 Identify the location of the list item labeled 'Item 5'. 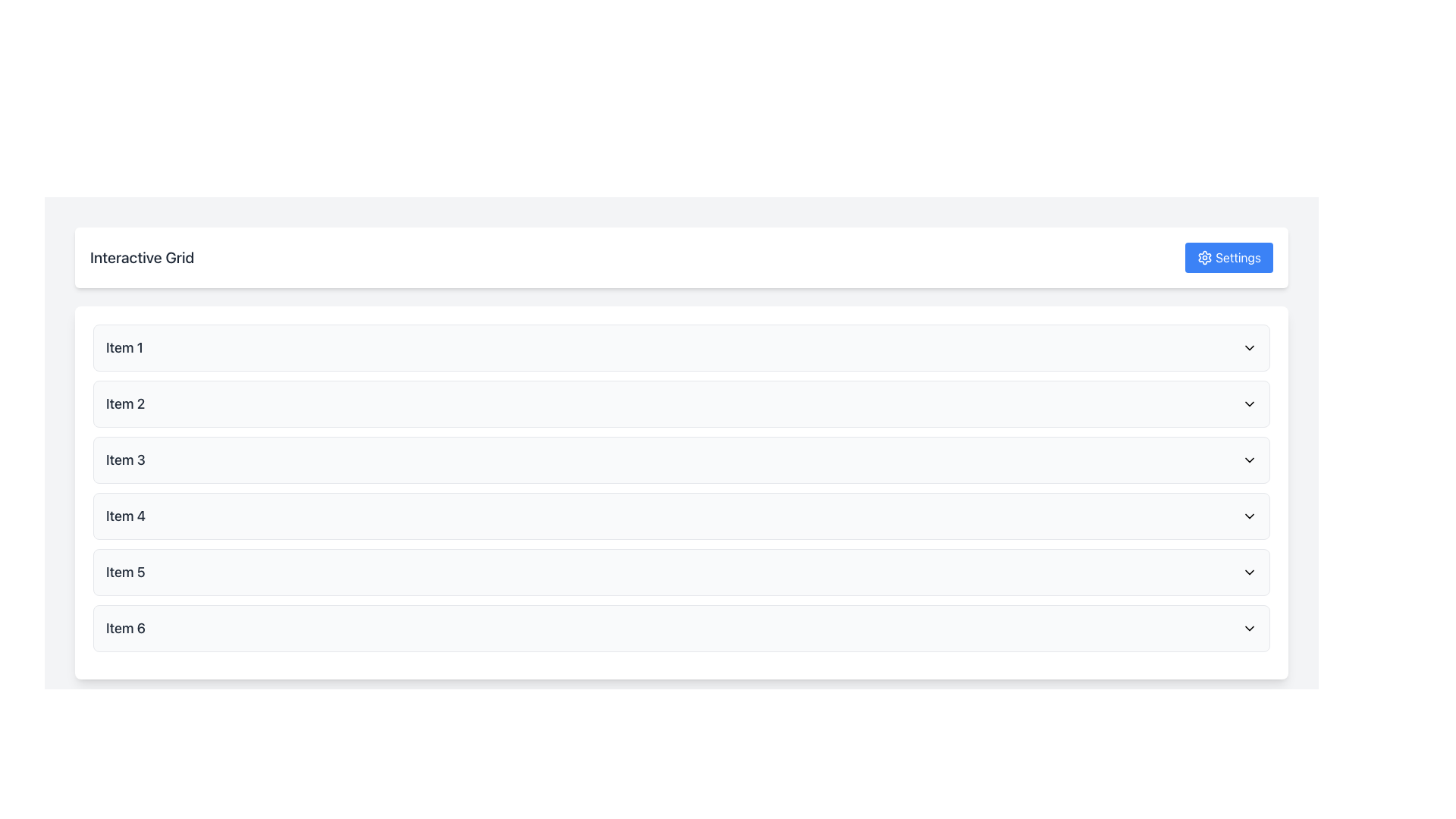
(680, 573).